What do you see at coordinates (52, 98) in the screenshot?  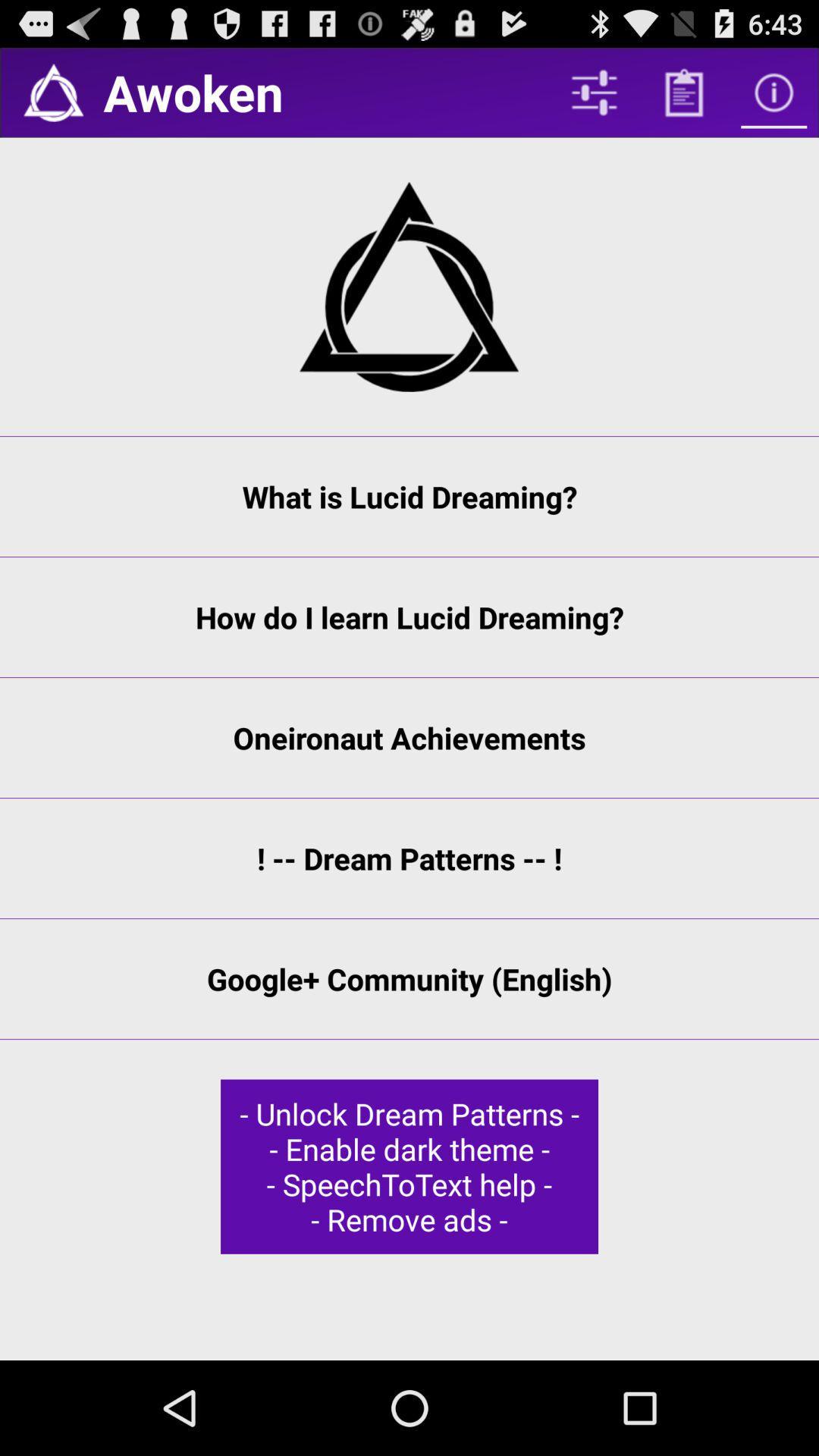 I see `the notifications icon` at bounding box center [52, 98].